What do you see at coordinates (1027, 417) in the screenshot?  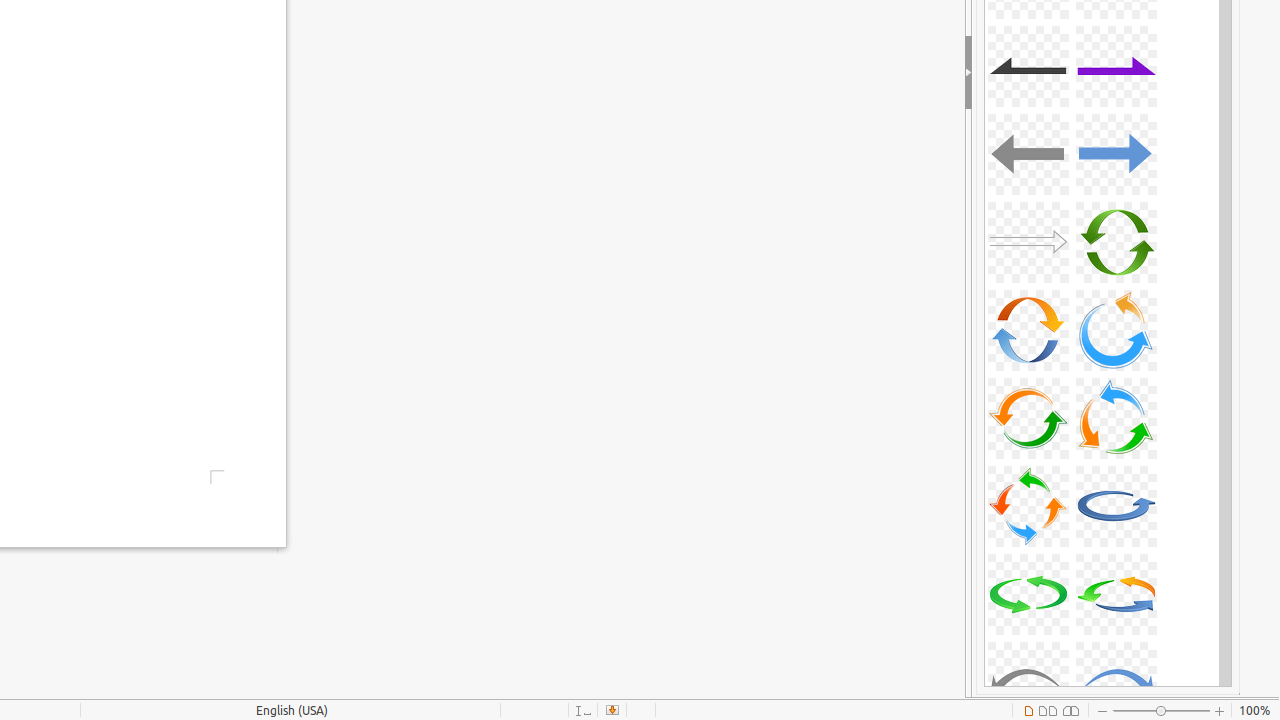 I see `'A17-CircleArrow'` at bounding box center [1027, 417].